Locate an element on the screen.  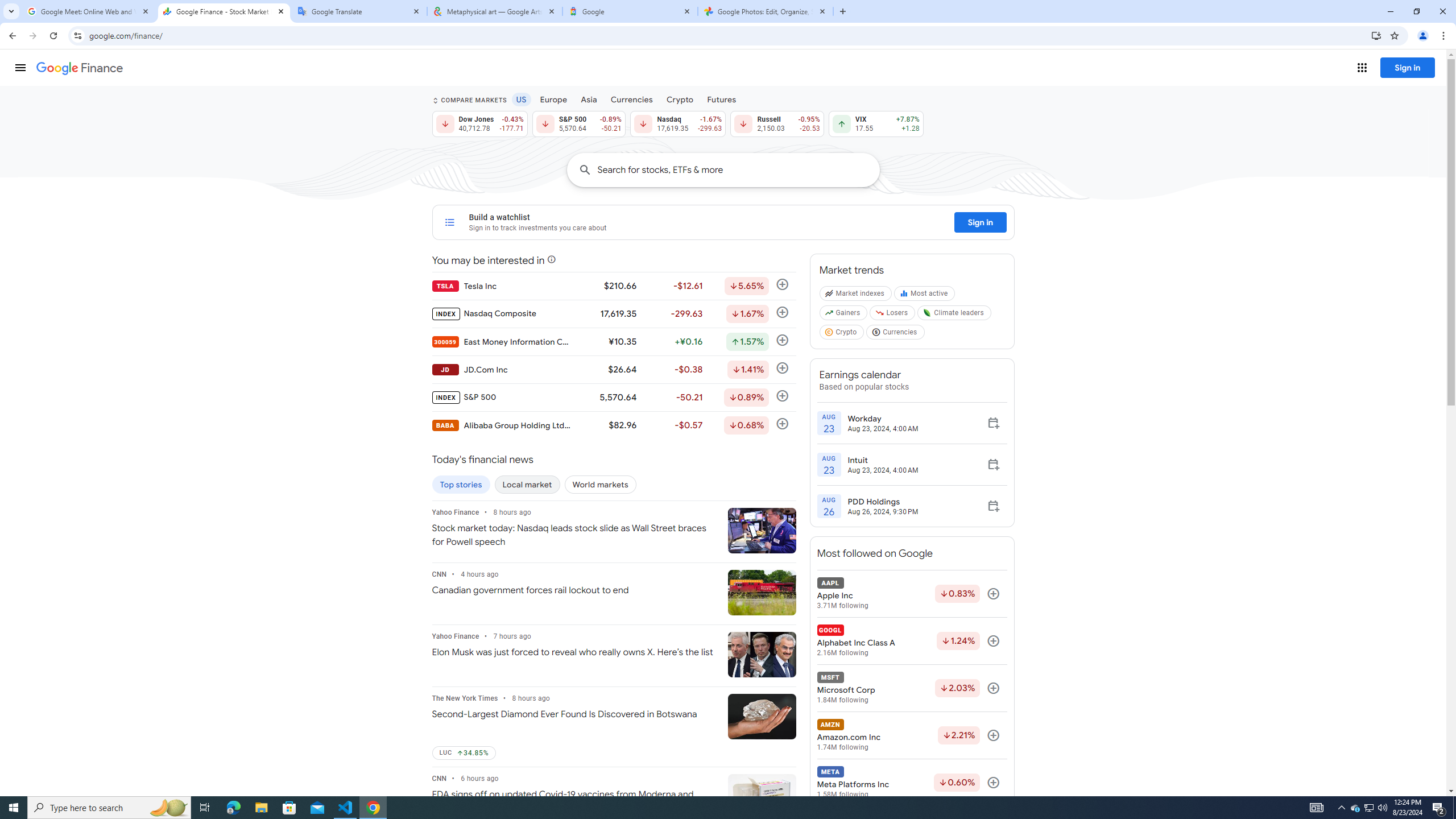
'Install Google Finance' is located at coordinates (1376, 35).